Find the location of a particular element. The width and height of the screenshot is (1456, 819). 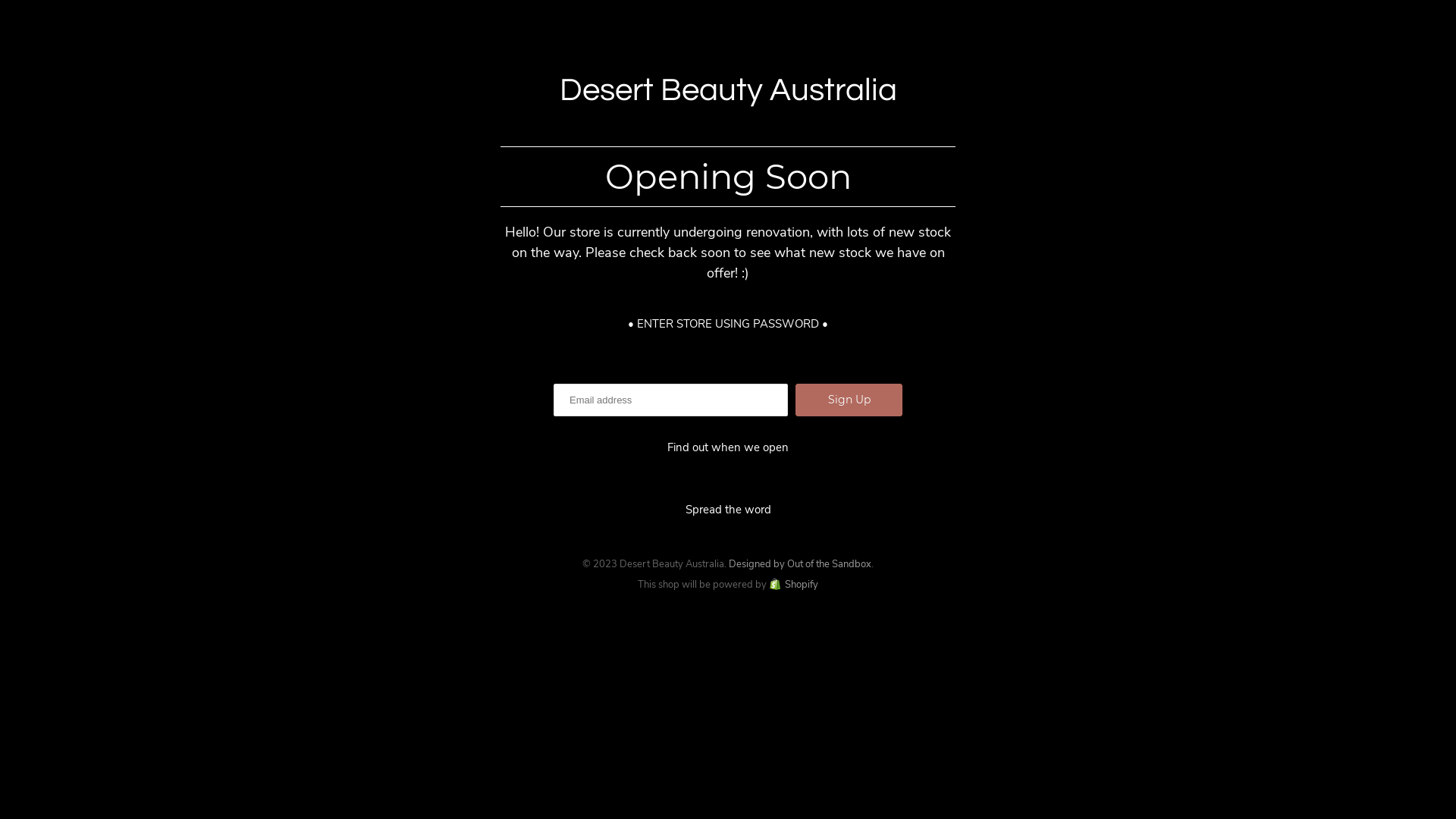

'Enter' is located at coordinates (728, 423).